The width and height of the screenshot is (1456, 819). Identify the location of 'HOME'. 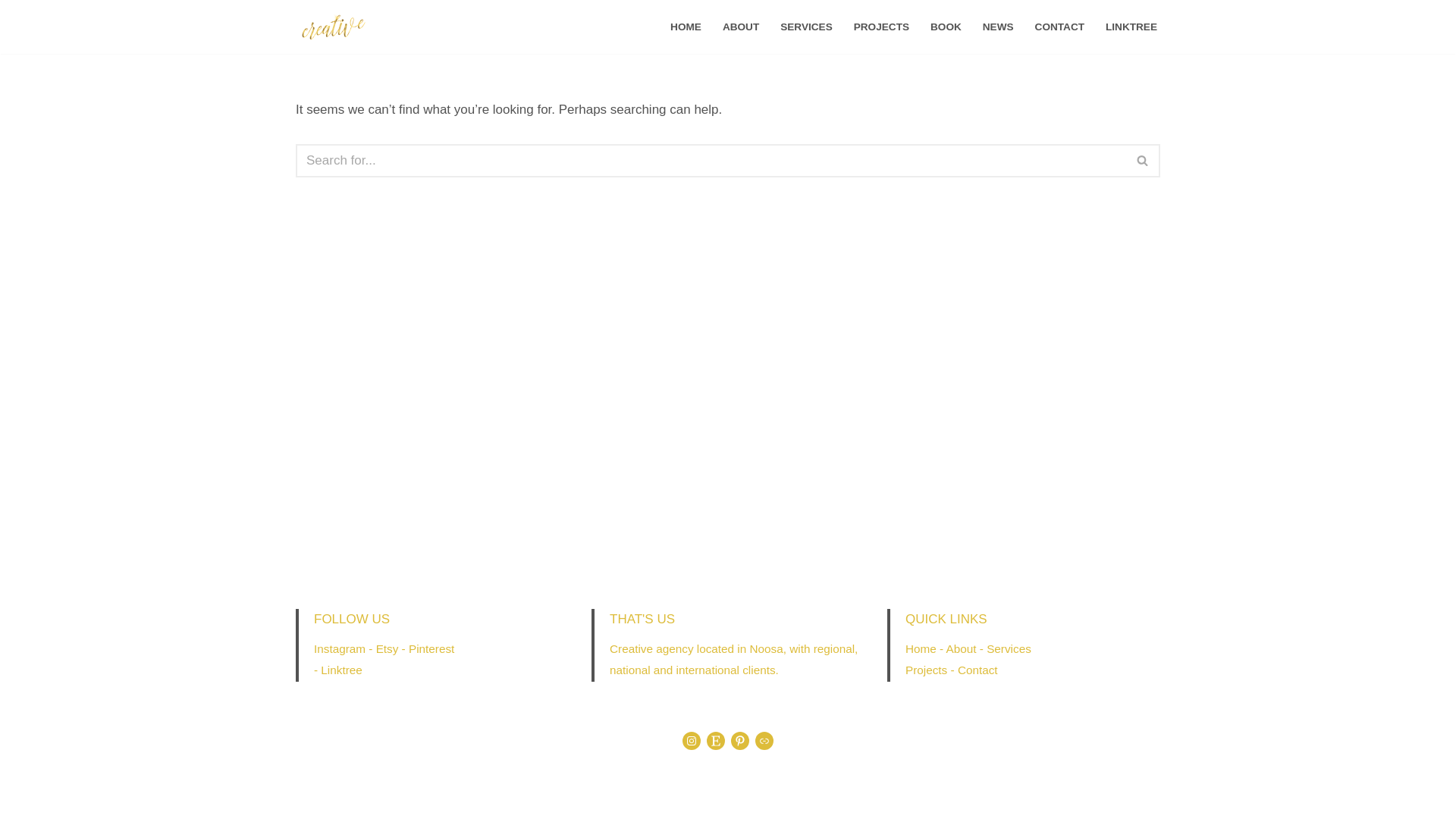
(685, 27).